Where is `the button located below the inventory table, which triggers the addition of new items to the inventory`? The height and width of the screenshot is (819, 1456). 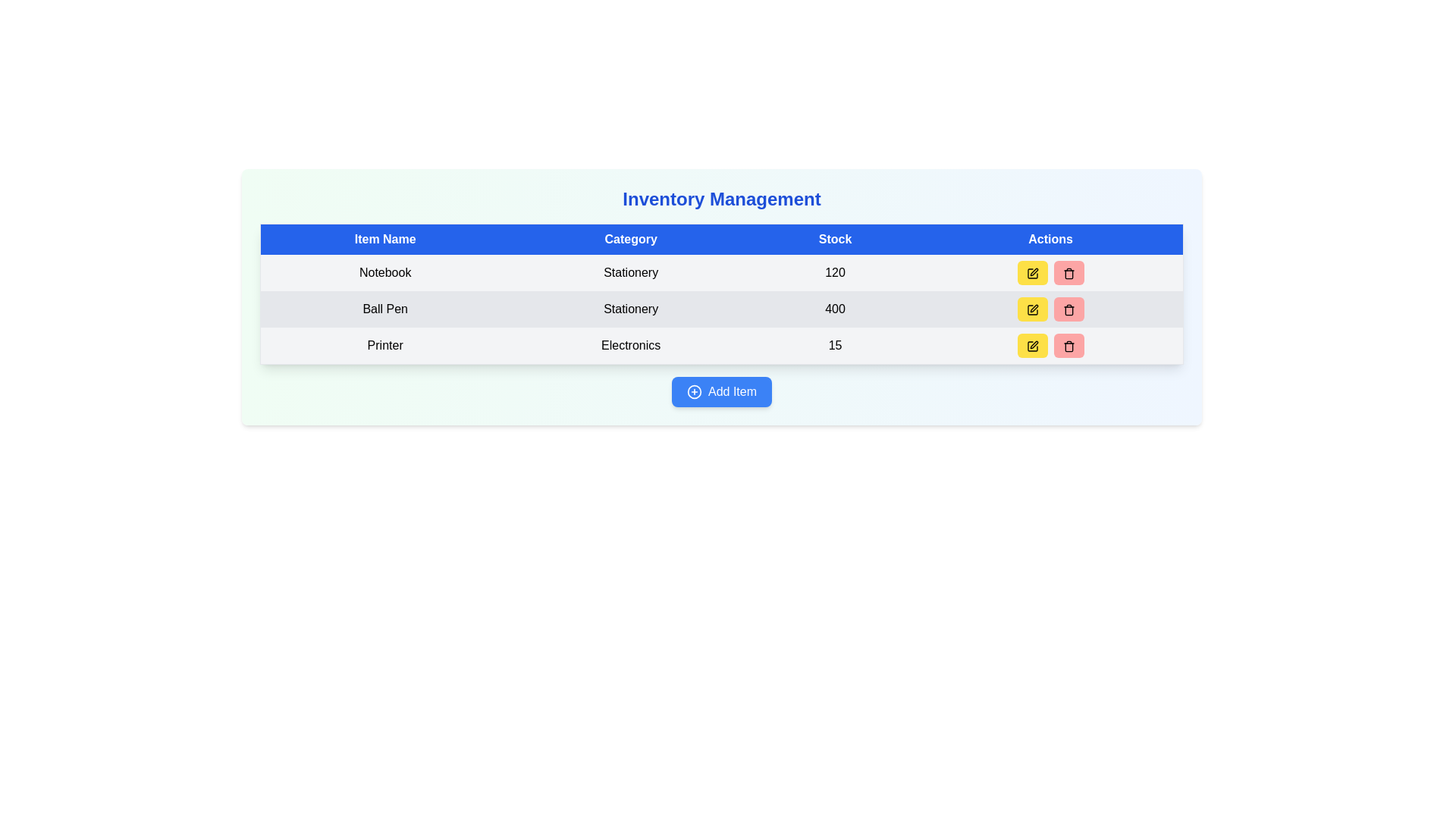 the button located below the inventory table, which triggers the addition of new items to the inventory is located at coordinates (720, 391).